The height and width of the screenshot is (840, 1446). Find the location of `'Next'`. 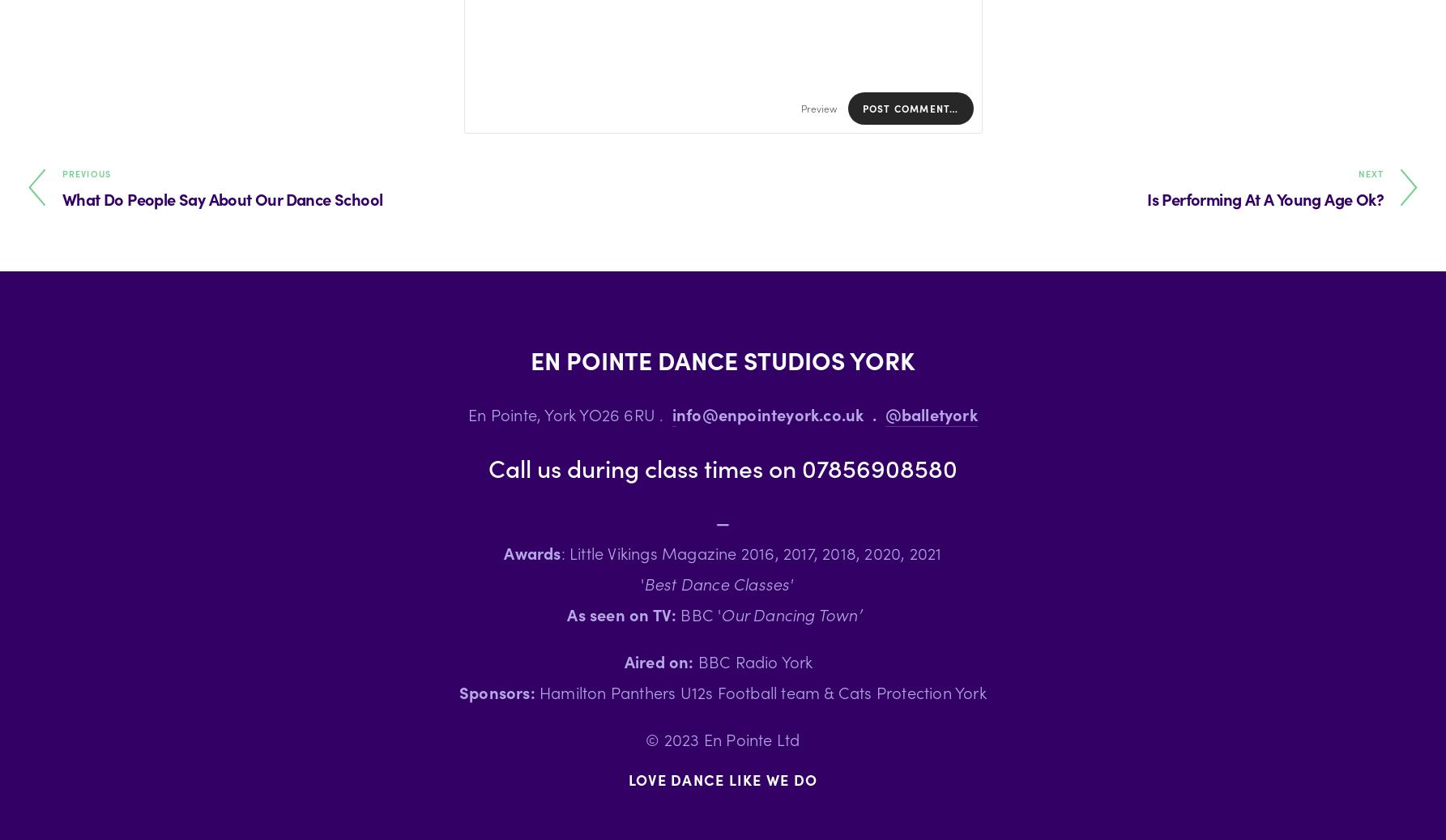

'Next' is located at coordinates (1370, 171).